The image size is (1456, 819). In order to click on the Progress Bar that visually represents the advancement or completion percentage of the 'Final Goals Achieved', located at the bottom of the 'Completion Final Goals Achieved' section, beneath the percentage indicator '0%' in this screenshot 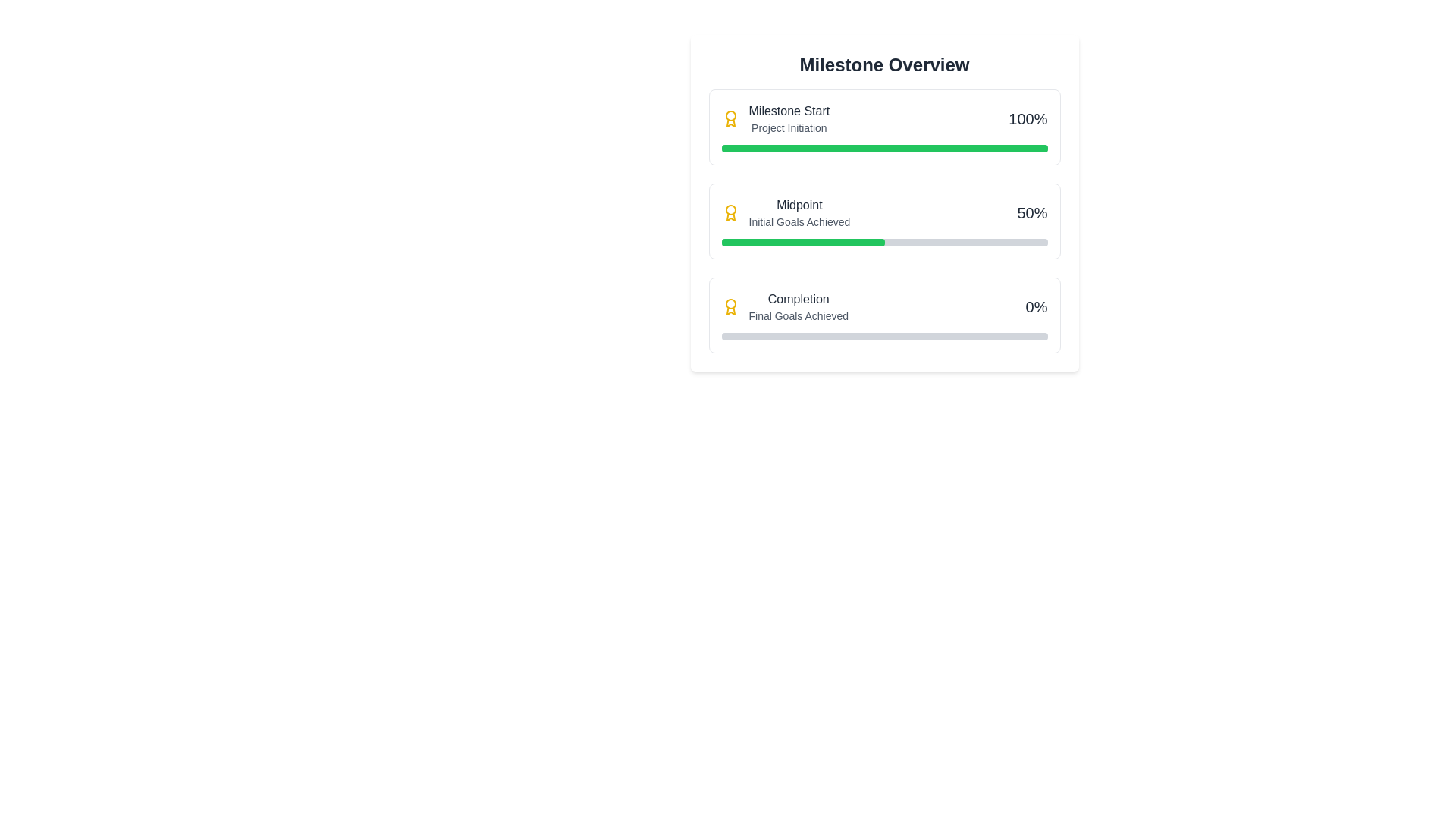, I will do `click(884, 335)`.